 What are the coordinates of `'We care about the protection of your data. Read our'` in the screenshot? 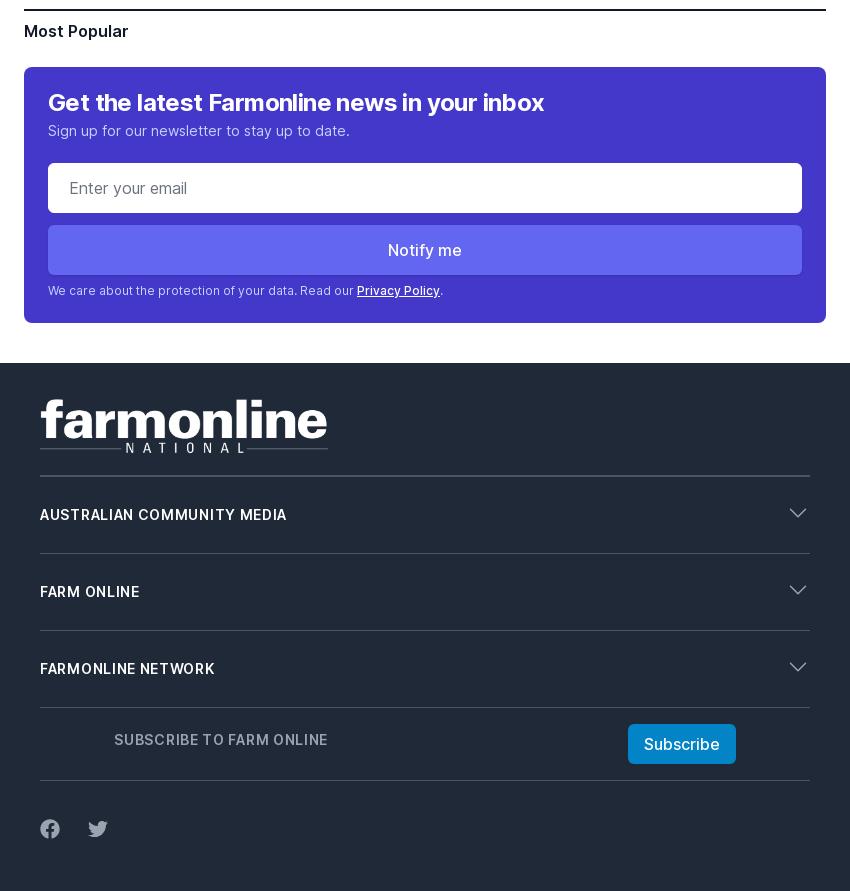 It's located at (200, 288).